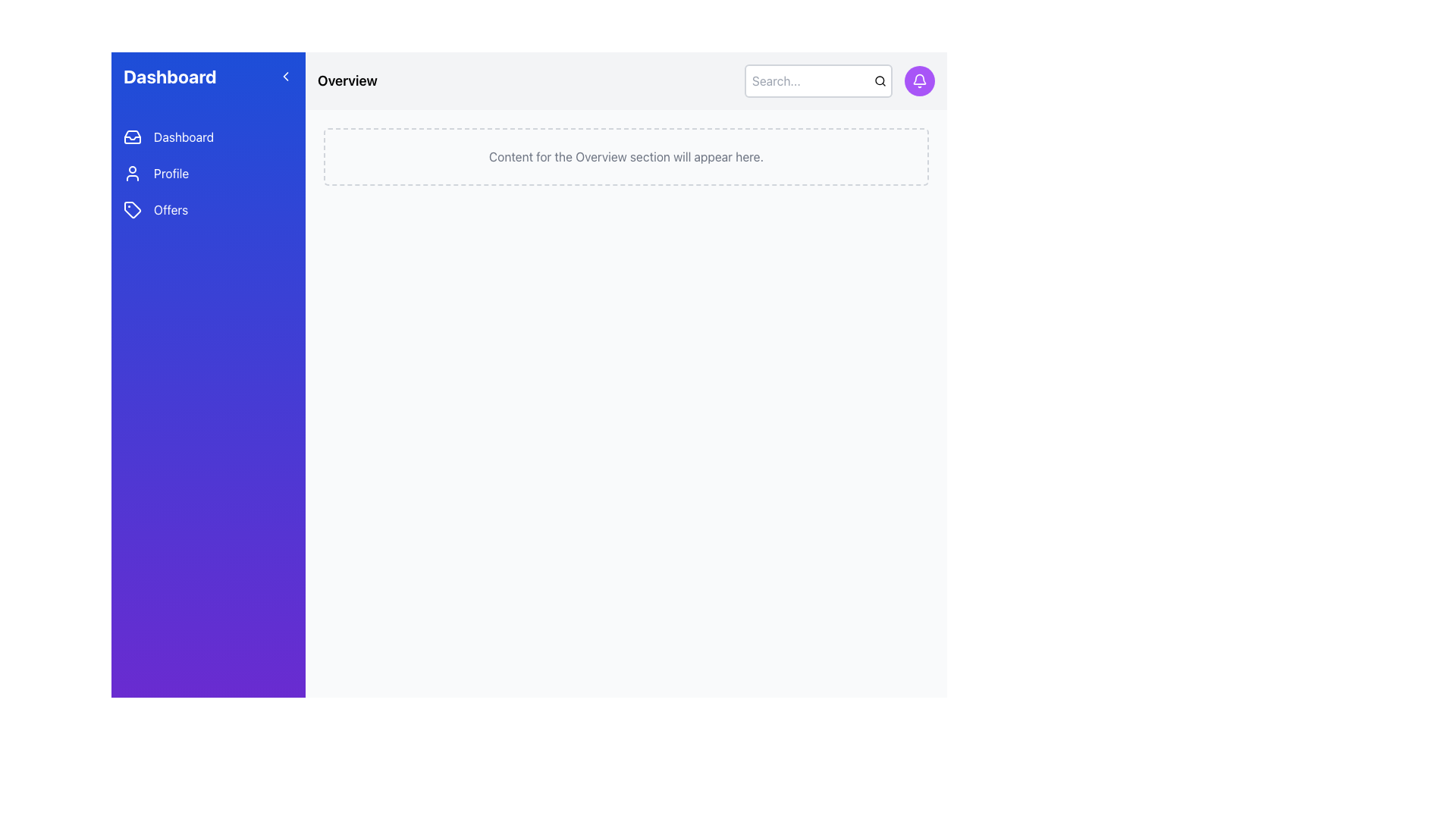 This screenshot has width=1456, height=819. What do you see at coordinates (170, 76) in the screenshot?
I see `the bold 'Dashboard' text label located at the top of the vertical navigation bar on the left side of the interface` at bounding box center [170, 76].